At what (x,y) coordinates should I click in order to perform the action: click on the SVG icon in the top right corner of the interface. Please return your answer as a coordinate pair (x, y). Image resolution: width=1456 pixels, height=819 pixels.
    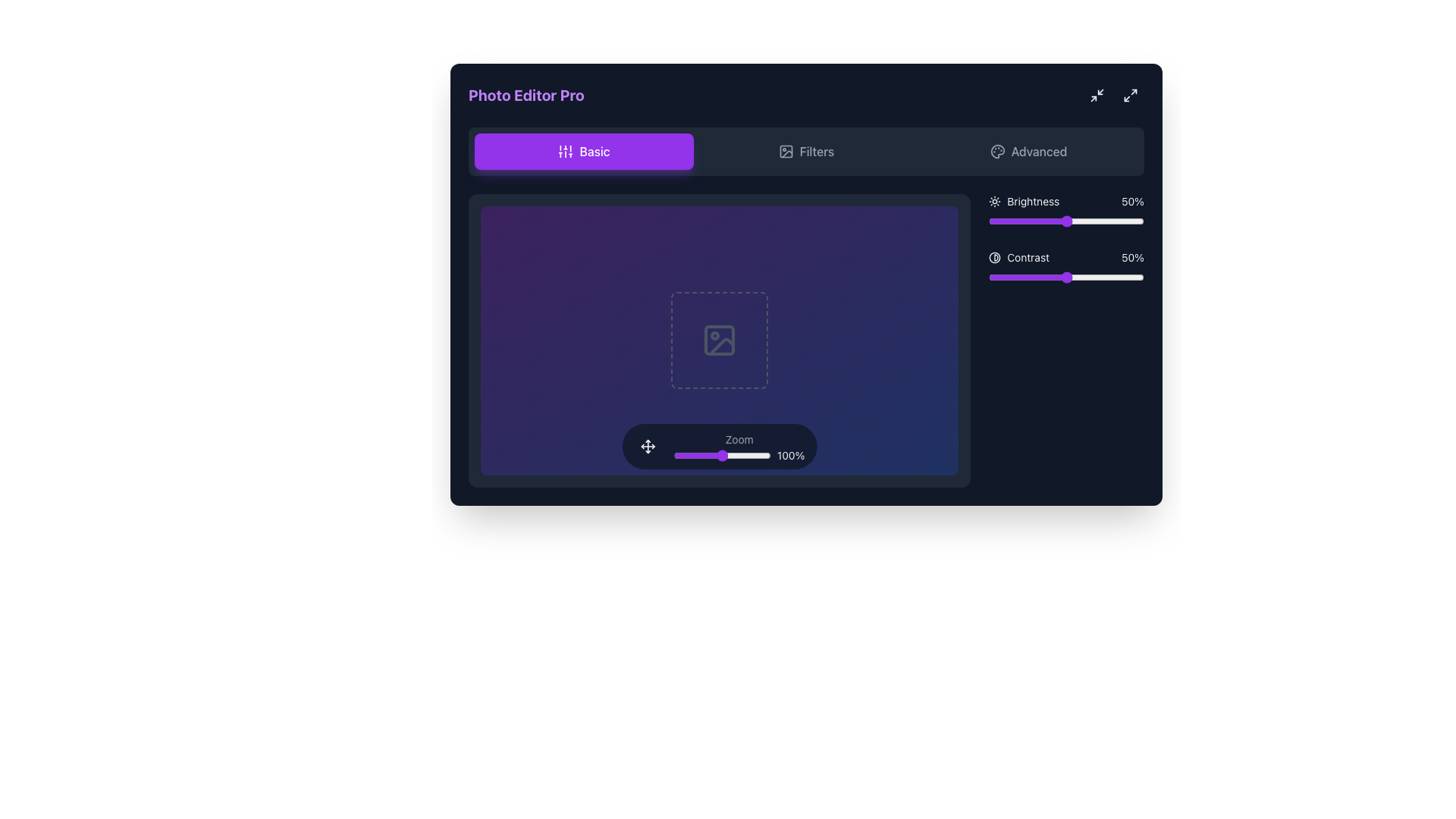
    Looking at the image, I should click on (1097, 96).